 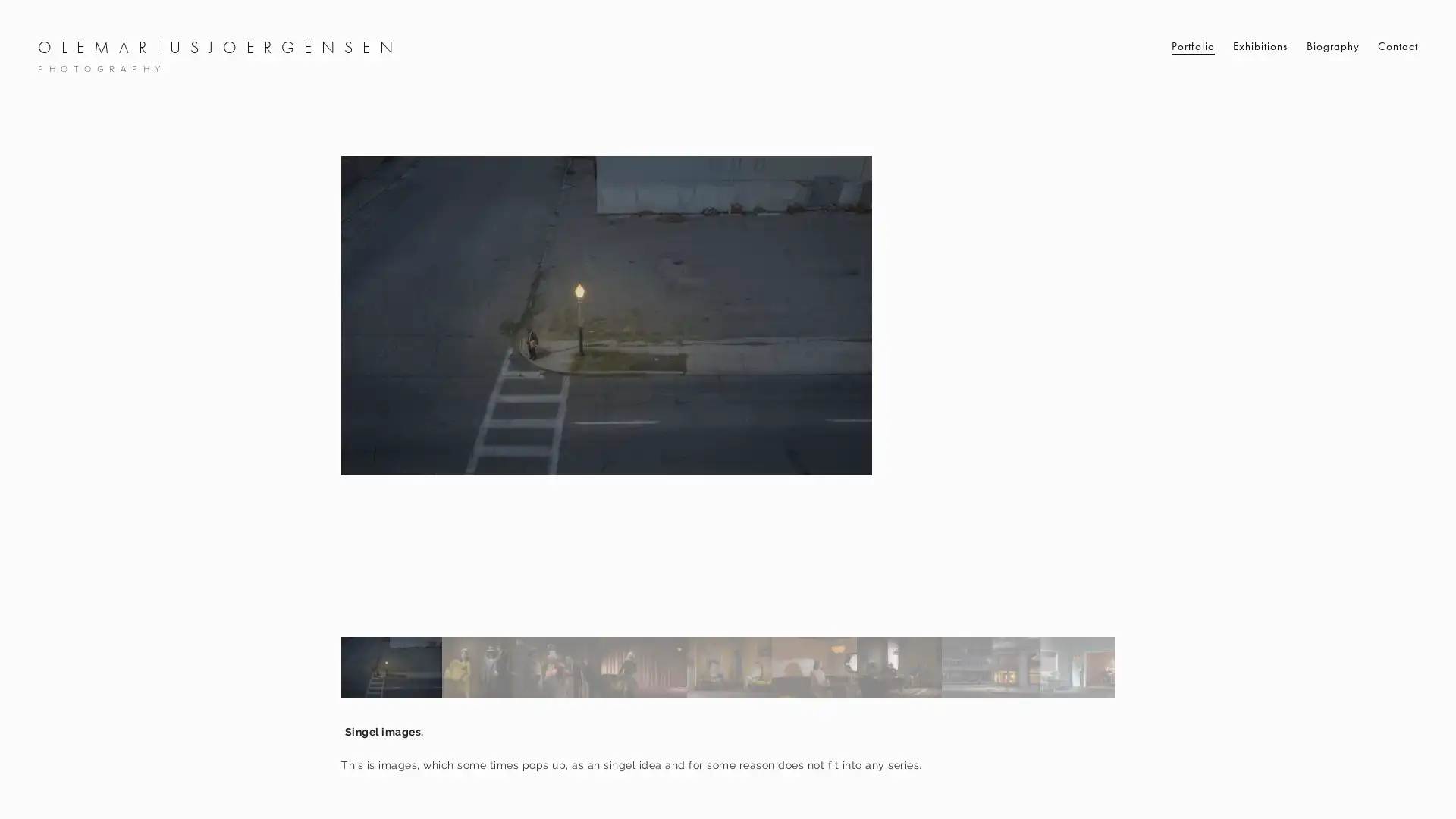 I want to click on Slide 5, so click(x=728, y=666).